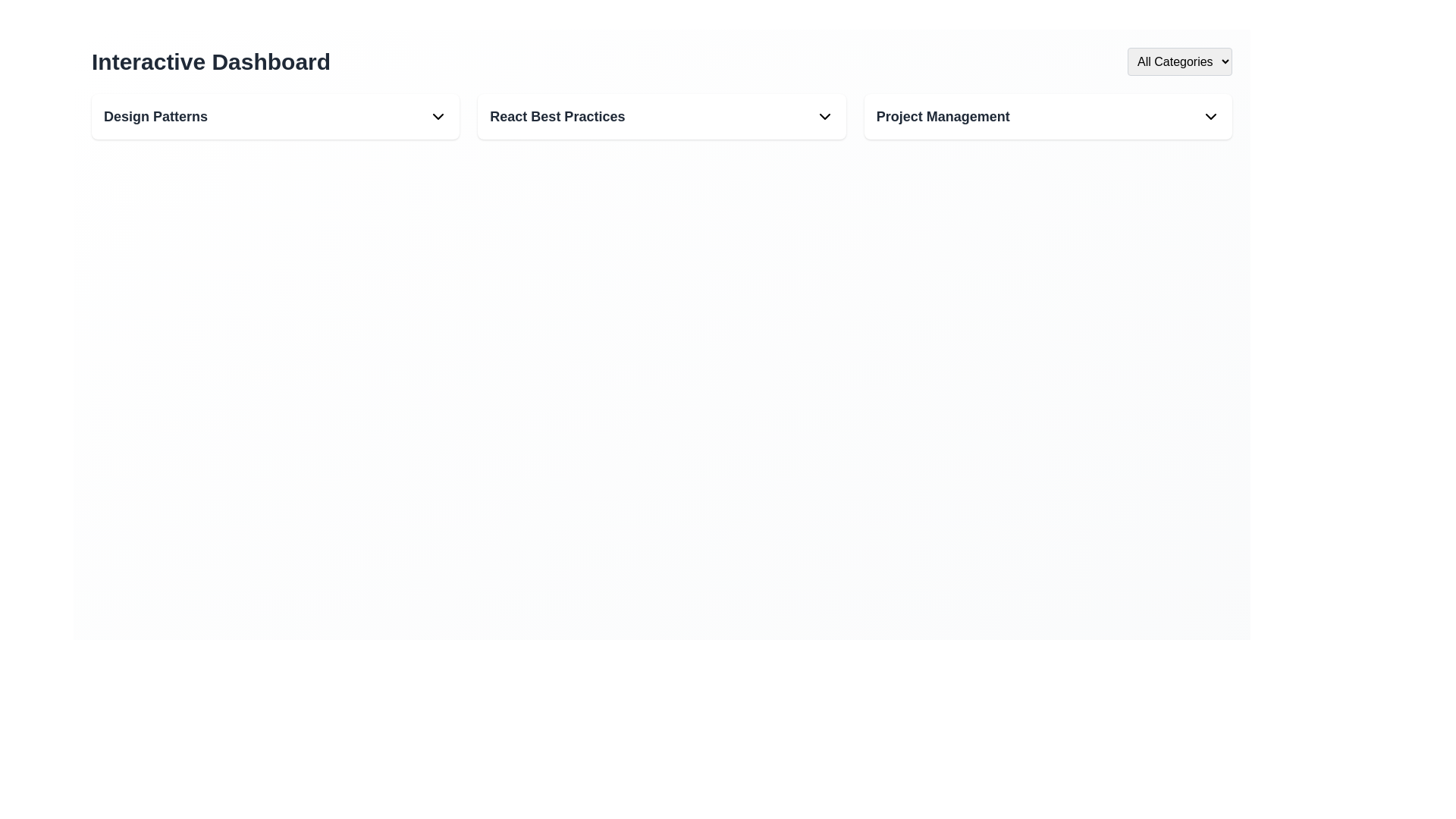 The width and height of the screenshot is (1456, 819). I want to click on the 'Project Management' dropdown trigger, so click(1047, 116).